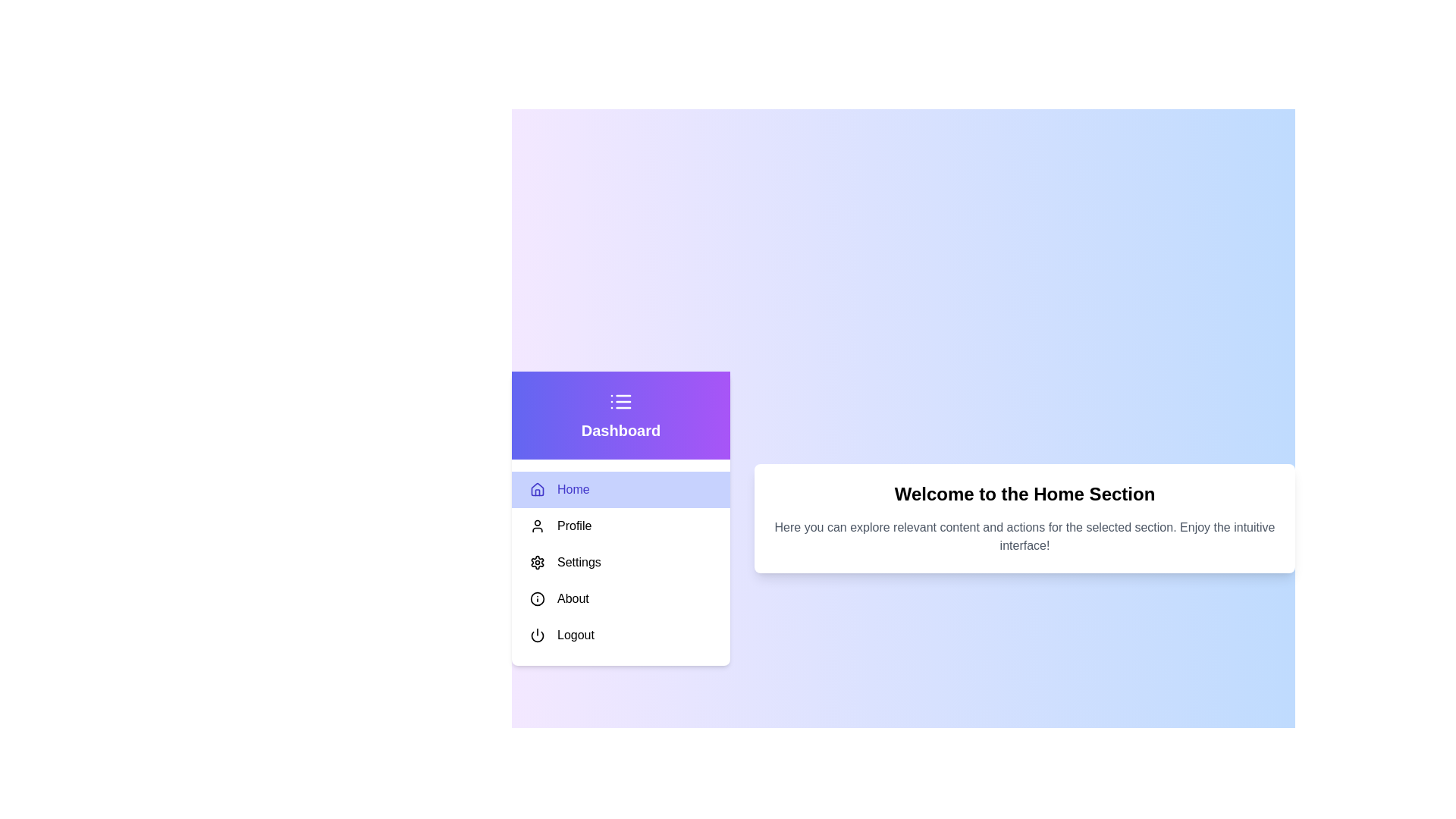  I want to click on the menu item Logout to select it, so click(621, 635).